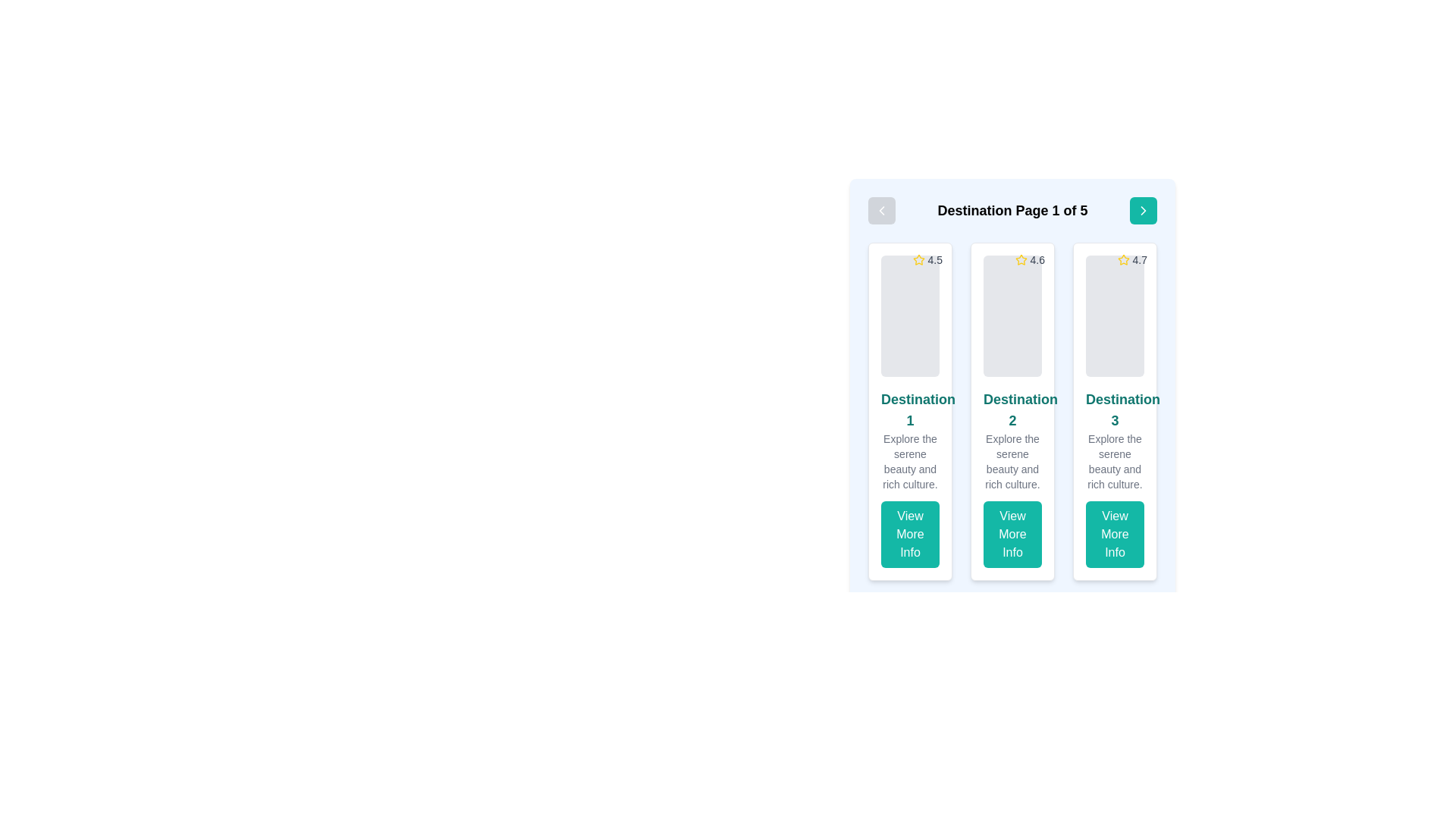  I want to click on the text label displaying the rating value of the destination or item located in the top-right corner of the third card in the listing, adjacent to the yellow star icon, so click(1140, 259).